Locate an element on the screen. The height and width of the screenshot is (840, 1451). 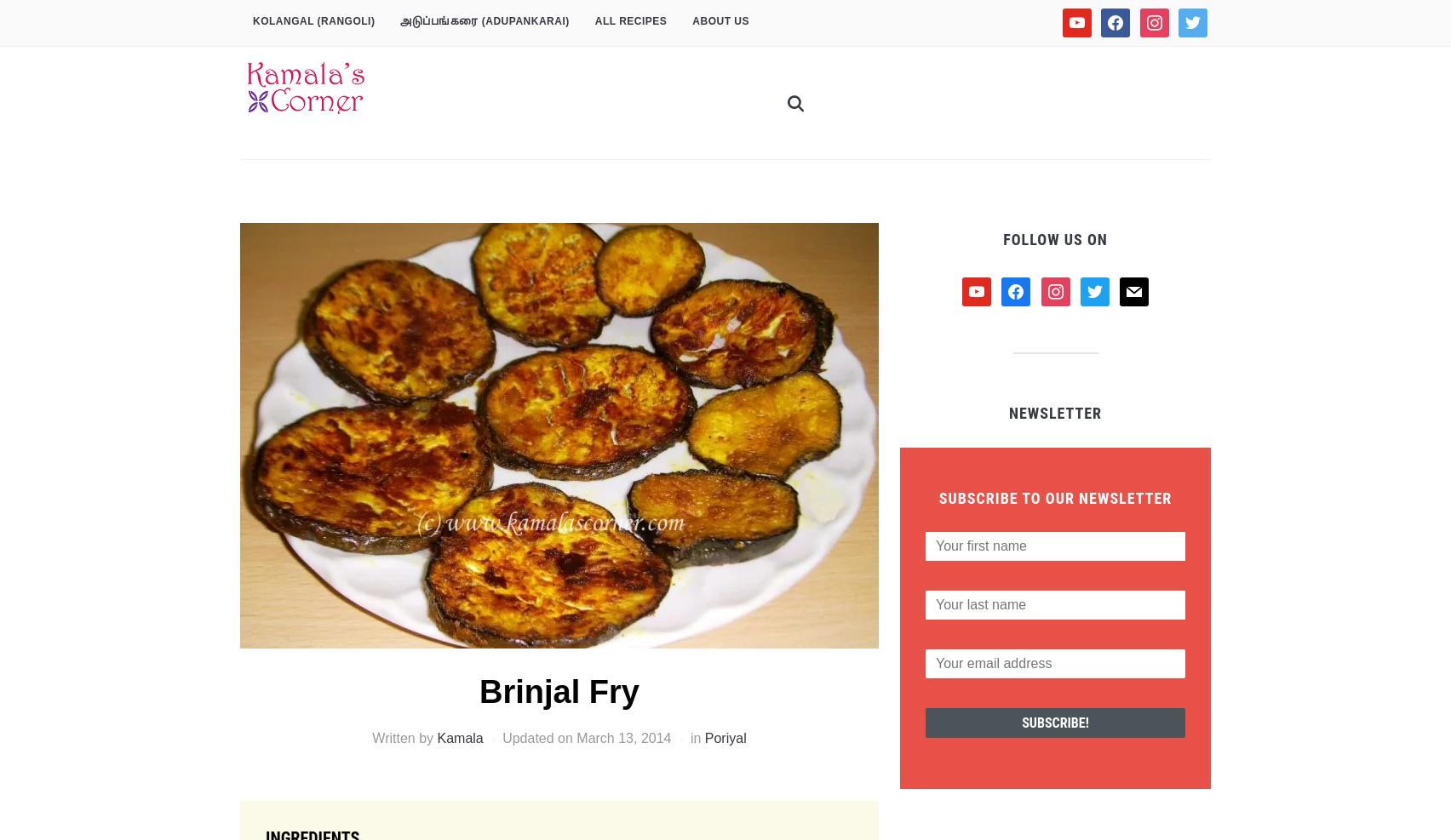
'November 18, 2013 at 2:22 pm' is located at coordinates (463, 737).